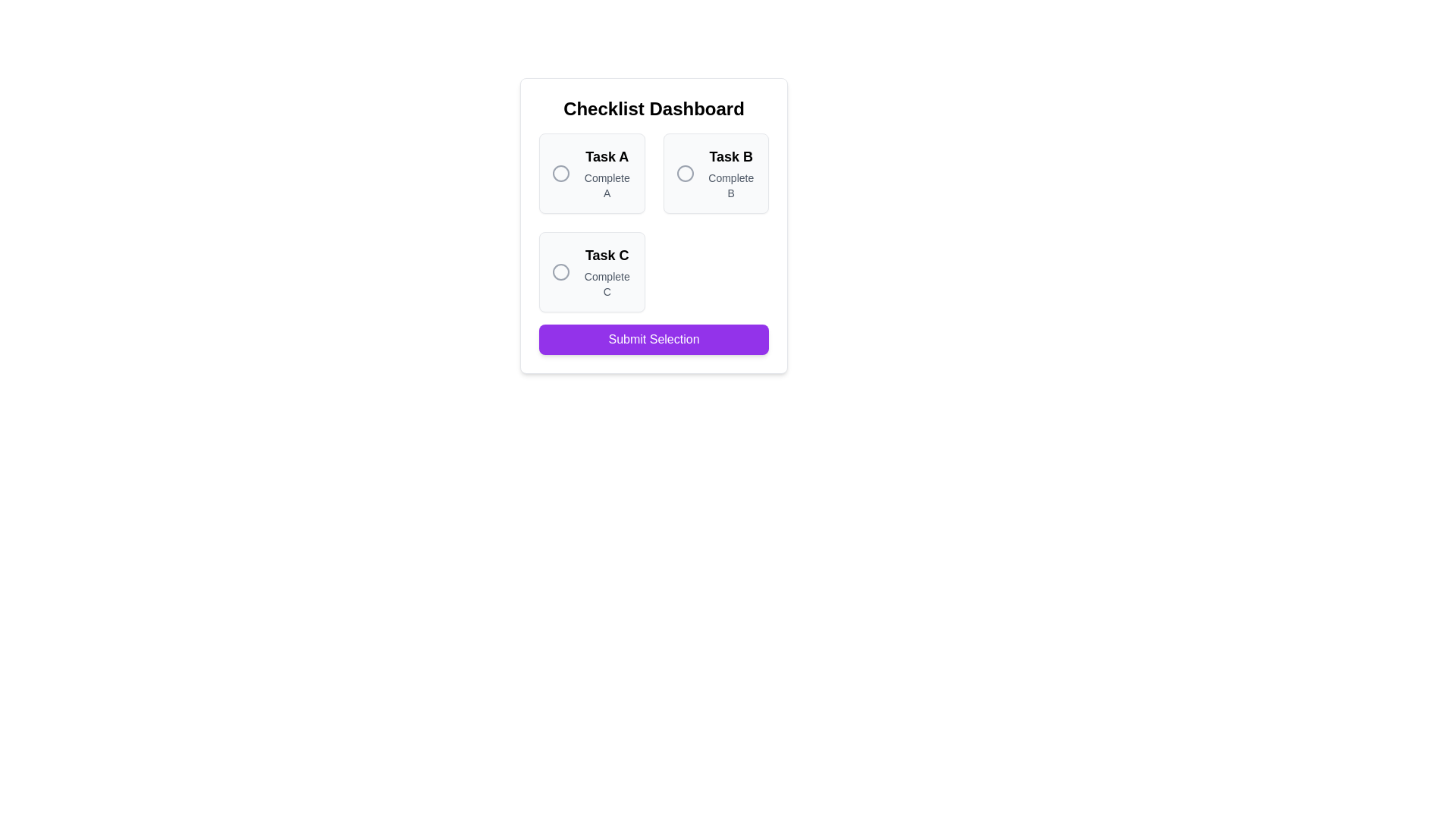  What do you see at coordinates (607, 157) in the screenshot?
I see `text label that reads 'Task A.' which is styled in bold and larger font, located in the upper-left quadrant of the interface` at bounding box center [607, 157].